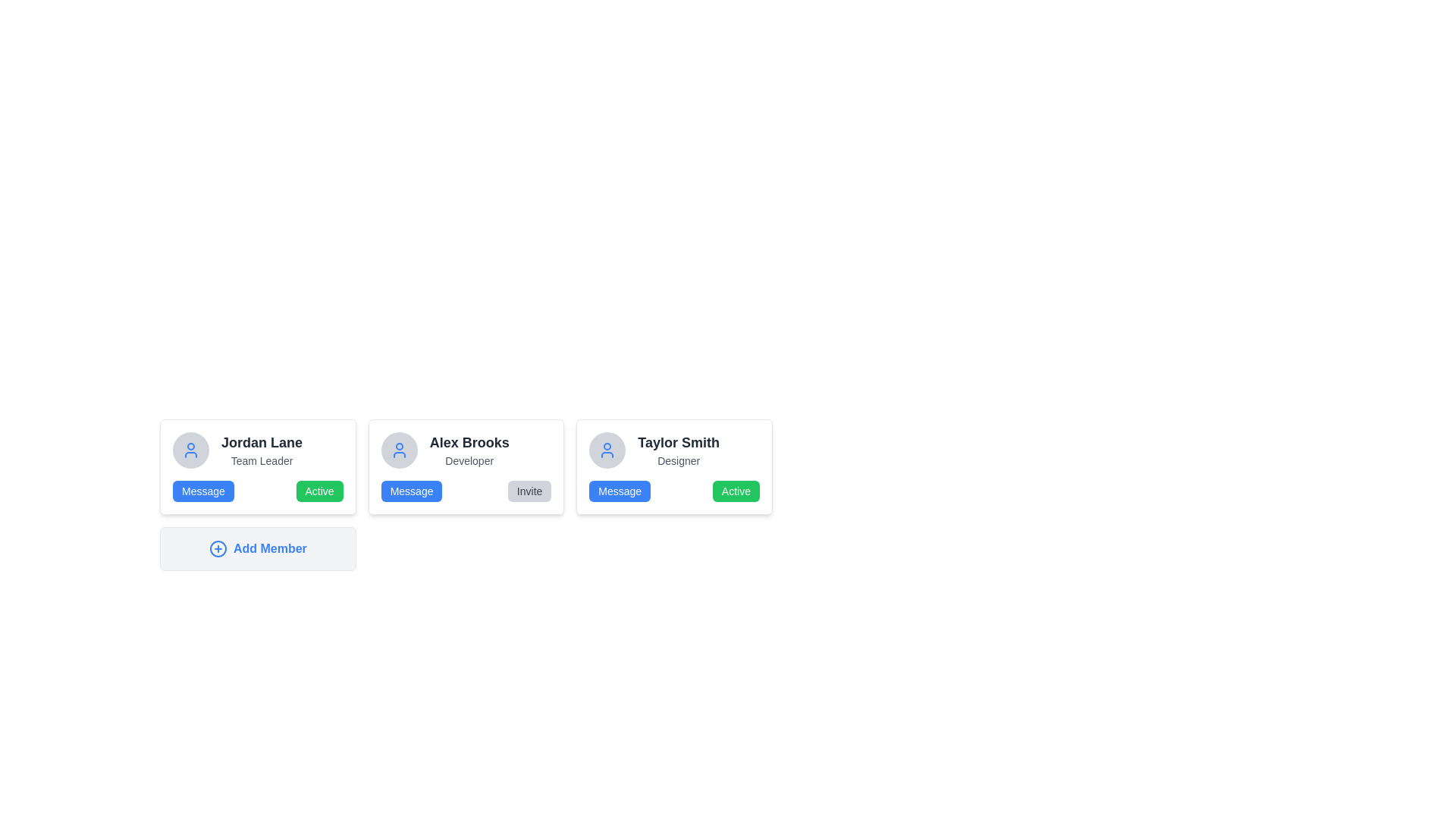 The width and height of the screenshot is (1456, 819). What do you see at coordinates (190, 450) in the screenshot?
I see `the user icon representing the 'Jordan Lane' profile card located in the top-left corner of the first profile card labeled 'Jordan Lane, Team Leader'` at bounding box center [190, 450].